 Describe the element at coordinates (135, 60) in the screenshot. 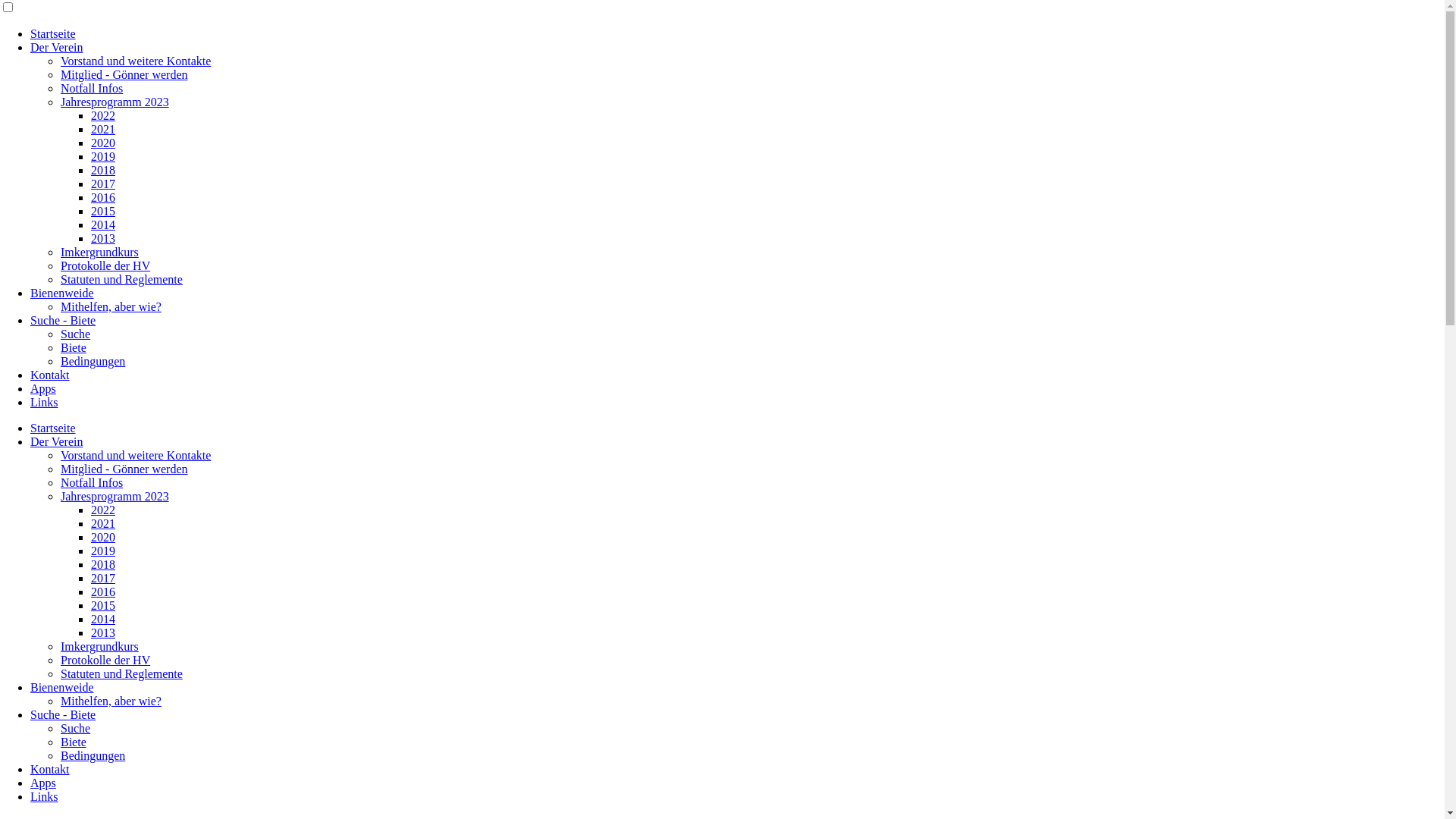

I see `'Vorstand und weitere Kontakte'` at that location.